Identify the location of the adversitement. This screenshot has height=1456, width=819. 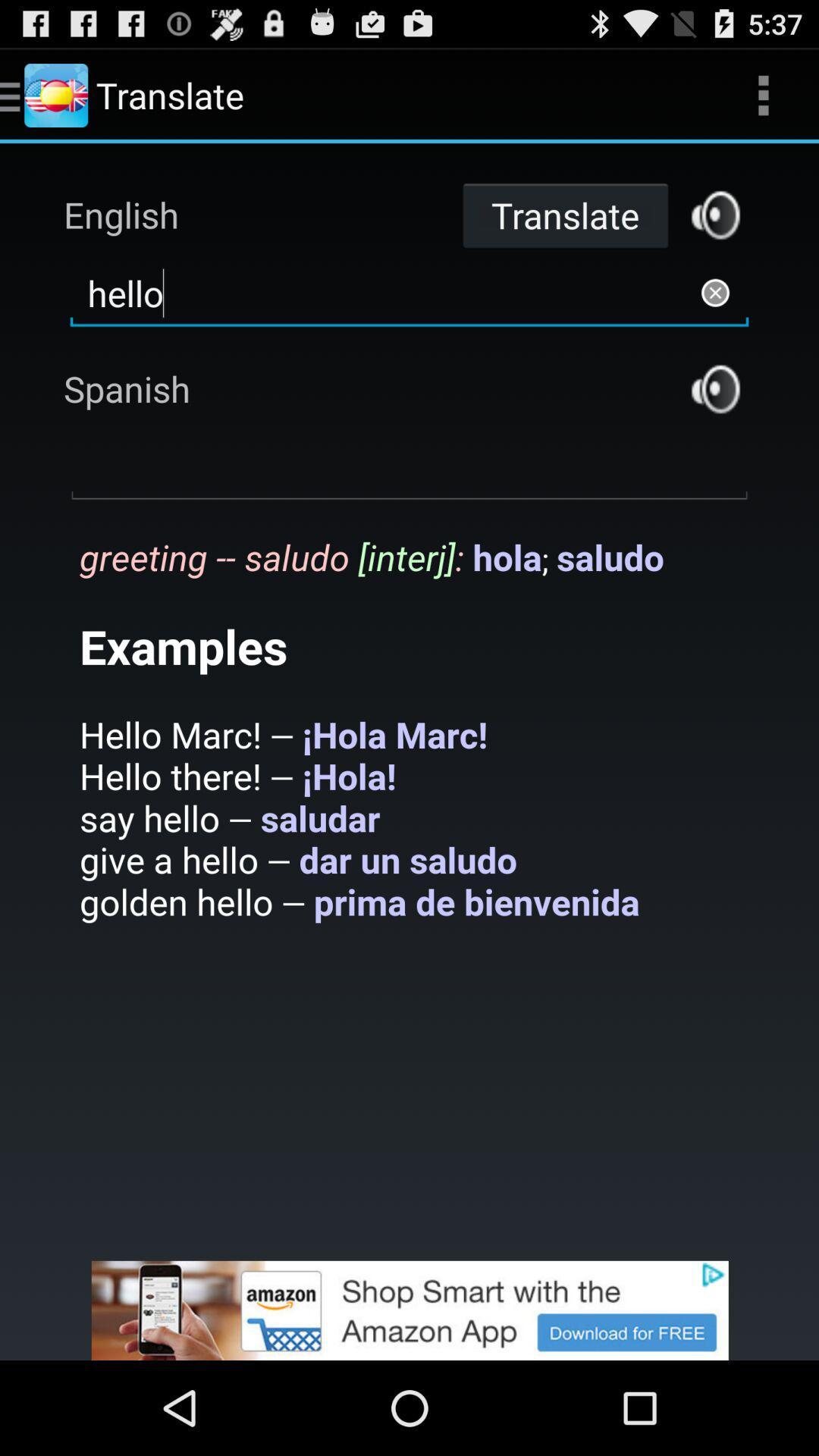
(409, 1310).